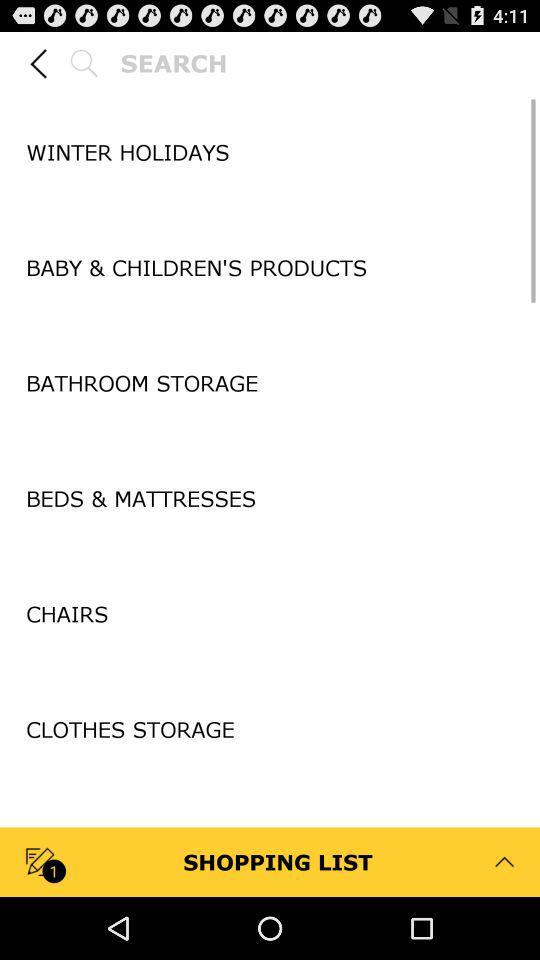 The height and width of the screenshot is (960, 540). What do you see at coordinates (270, 266) in the screenshot?
I see `baby children s` at bounding box center [270, 266].